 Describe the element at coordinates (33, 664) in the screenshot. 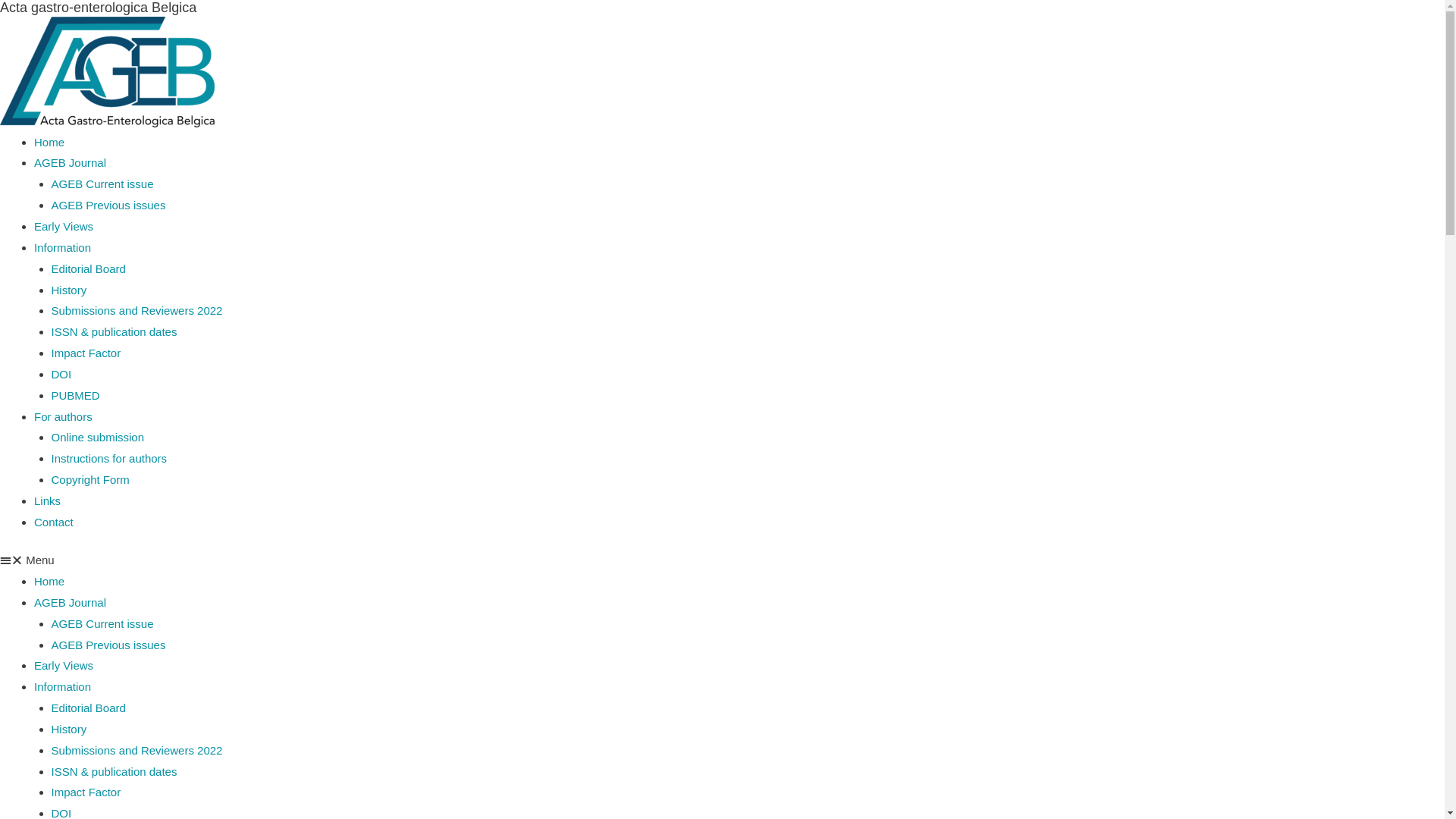

I see `'Early Views'` at that location.